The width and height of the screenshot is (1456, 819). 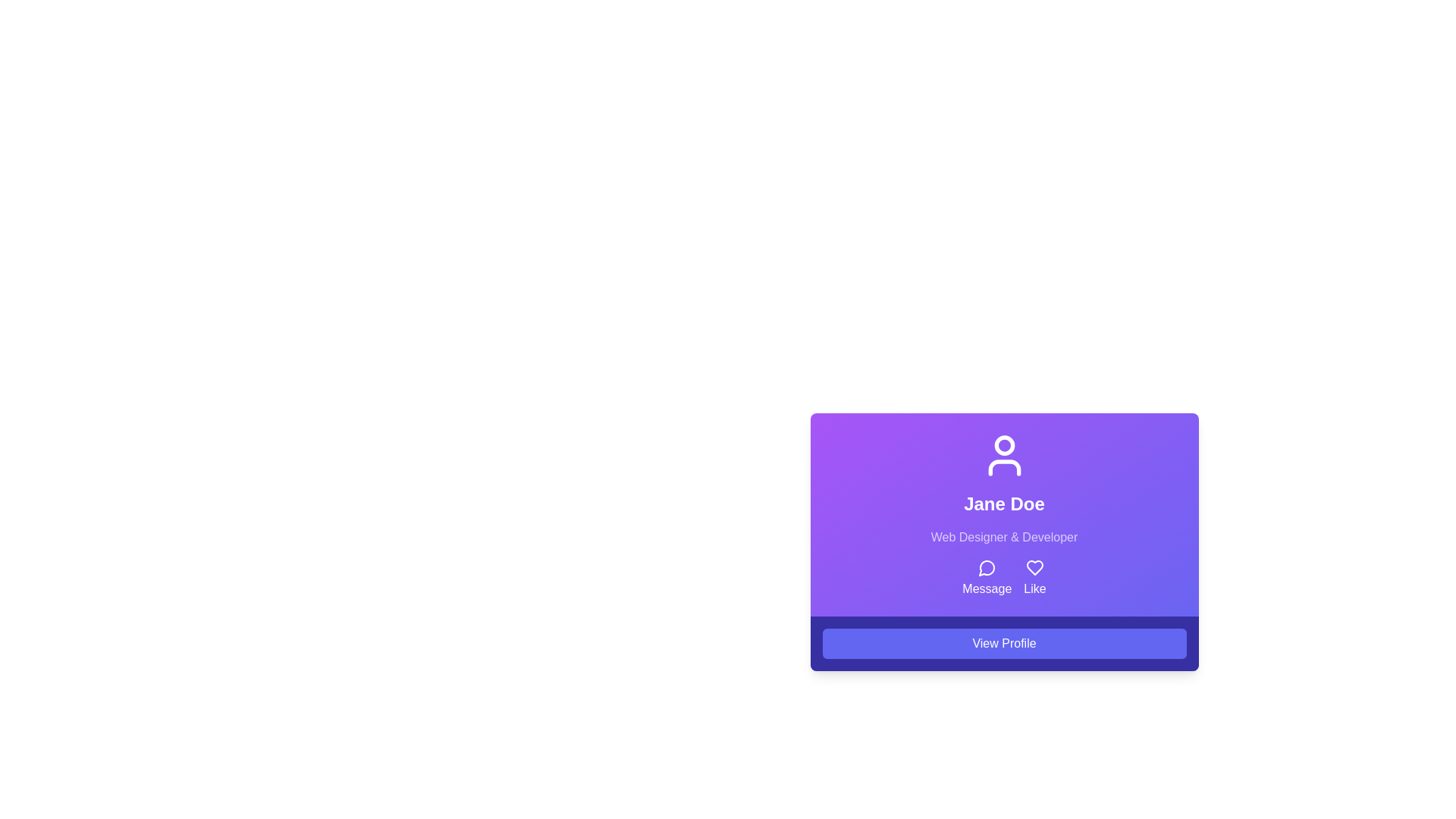 What do you see at coordinates (1004, 537) in the screenshot?
I see `subtitle text 'Web Designer & Developer' located in the information card below the primary text 'Jane Doe'` at bounding box center [1004, 537].